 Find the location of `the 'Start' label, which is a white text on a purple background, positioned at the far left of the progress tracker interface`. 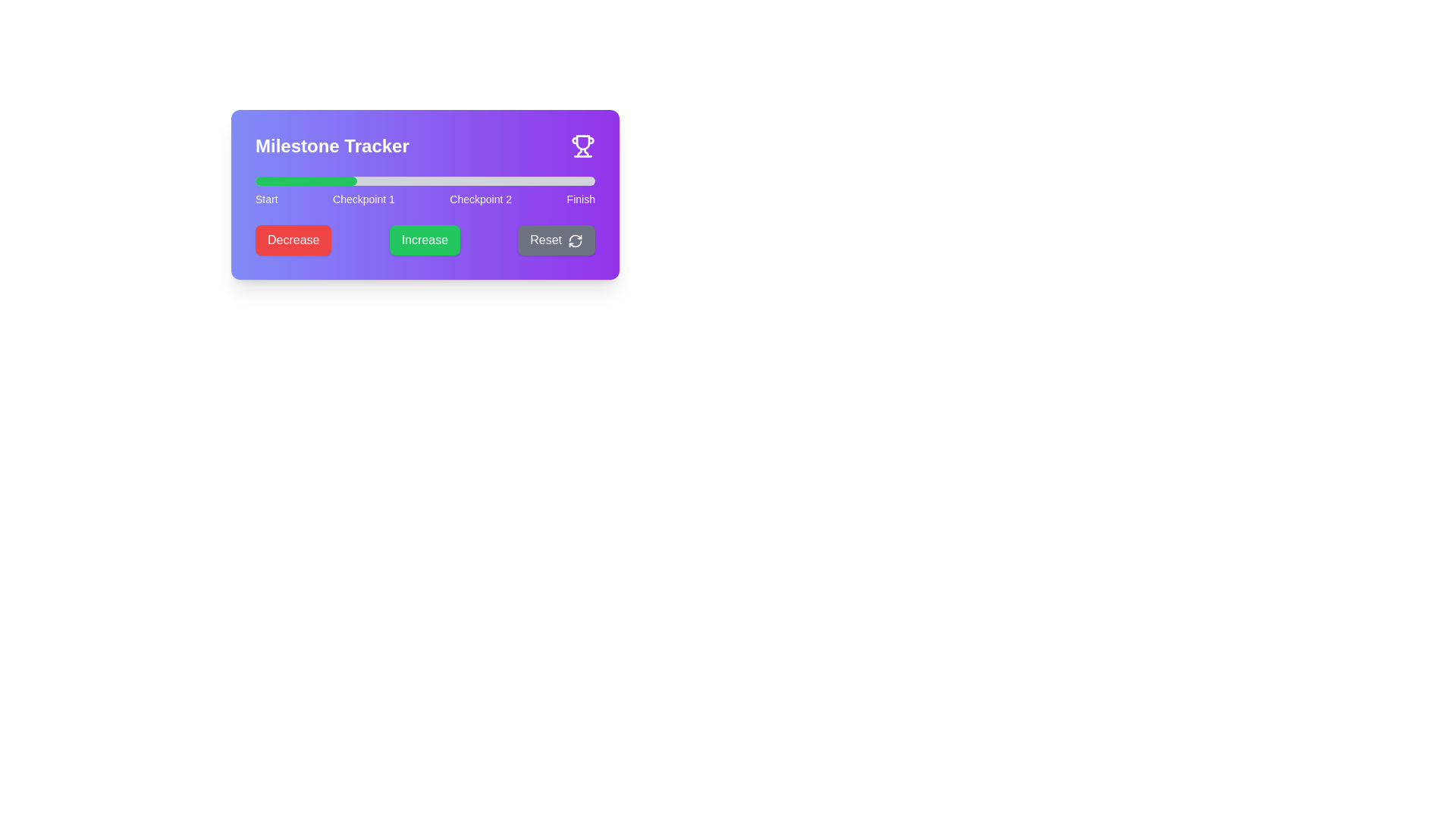

the 'Start' label, which is a white text on a purple background, positioned at the far left of the progress tracker interface is located at coordinates (266, 198).